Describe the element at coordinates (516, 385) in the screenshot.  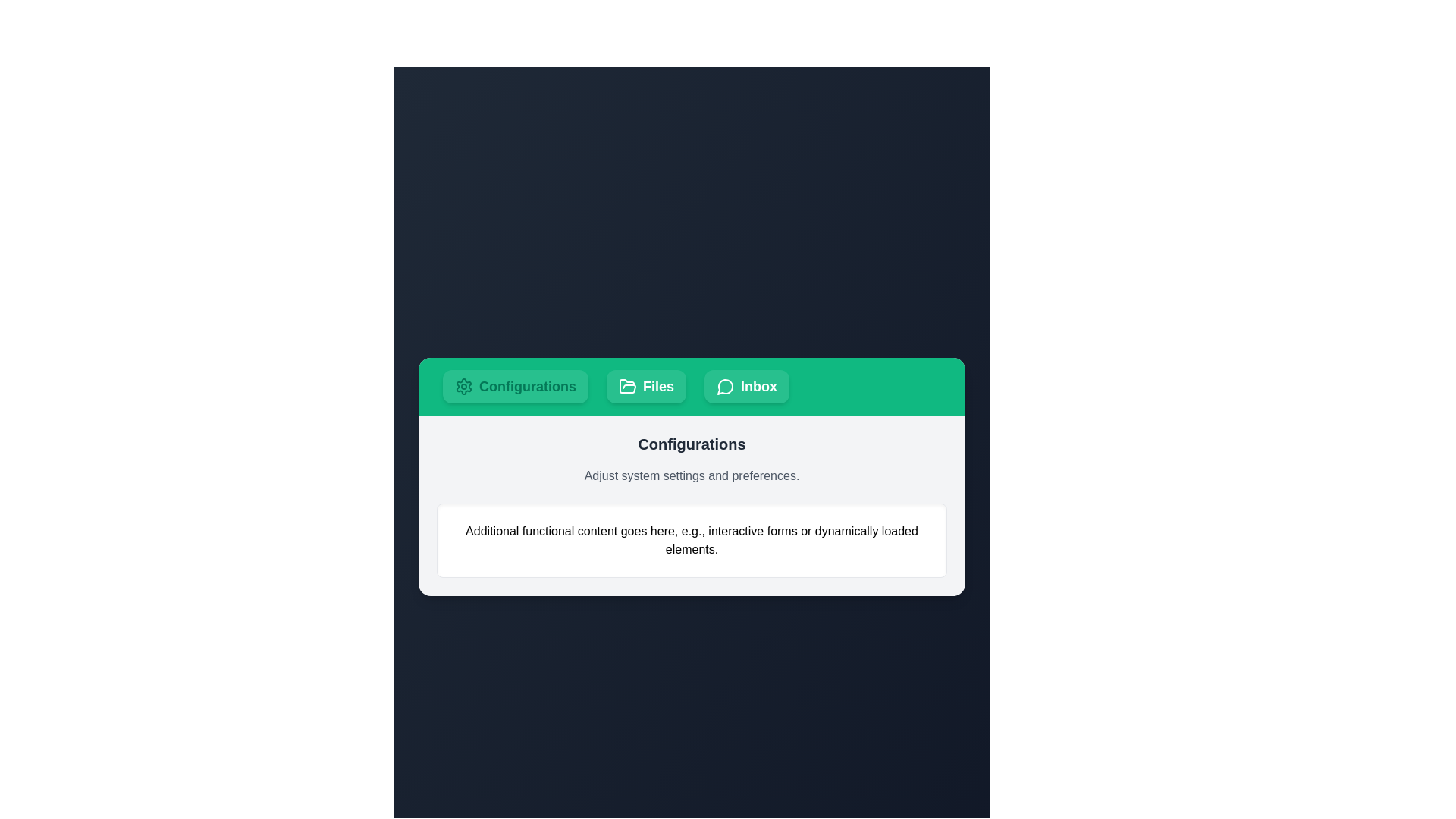
I see `the tab identified by Configurations` at that location.